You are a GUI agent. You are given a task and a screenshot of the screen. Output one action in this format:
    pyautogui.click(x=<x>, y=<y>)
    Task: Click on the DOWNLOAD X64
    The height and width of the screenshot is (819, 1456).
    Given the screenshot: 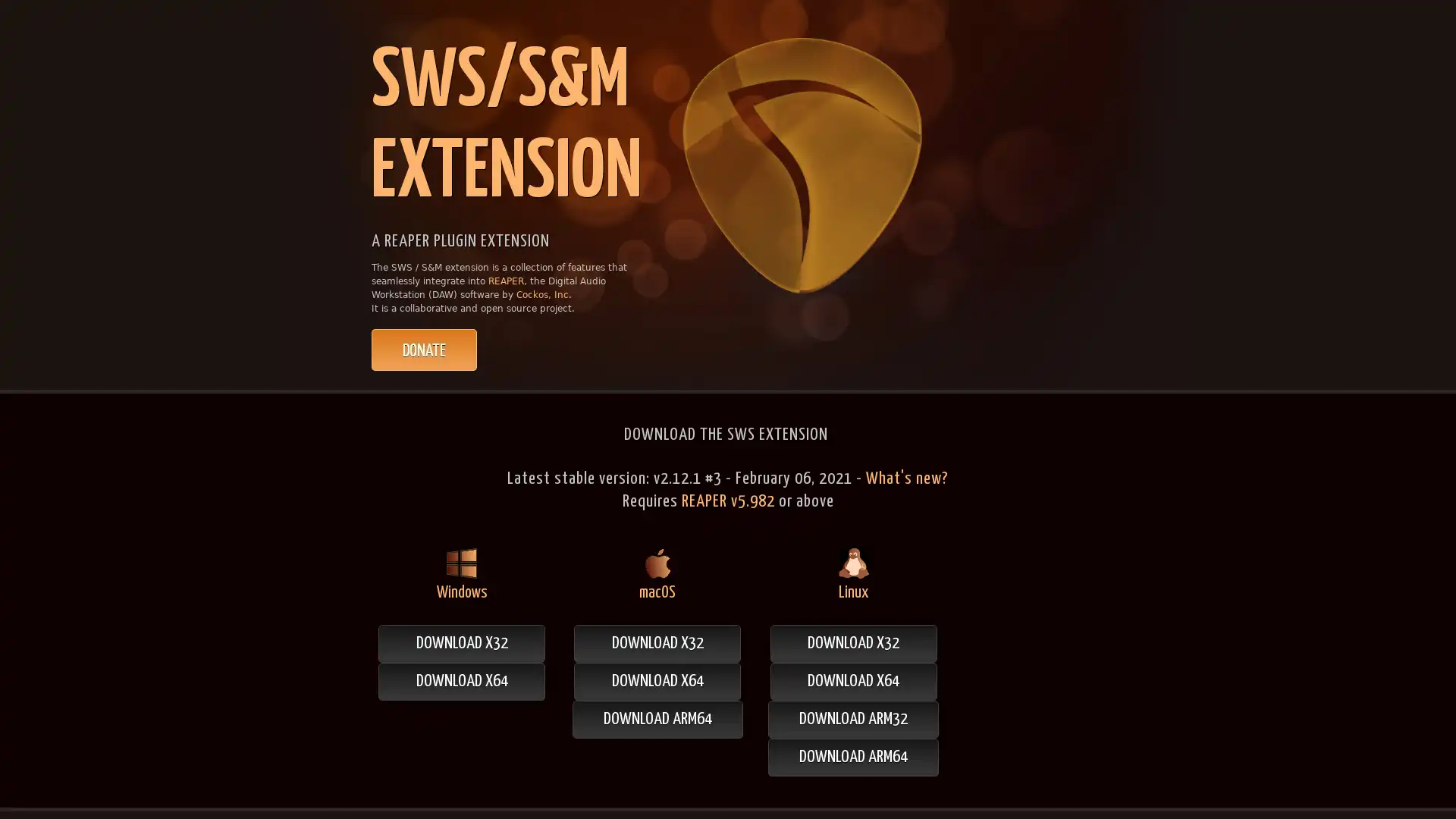 What is the action you would take?
    pyautogui.click(x=728, y=680)
    